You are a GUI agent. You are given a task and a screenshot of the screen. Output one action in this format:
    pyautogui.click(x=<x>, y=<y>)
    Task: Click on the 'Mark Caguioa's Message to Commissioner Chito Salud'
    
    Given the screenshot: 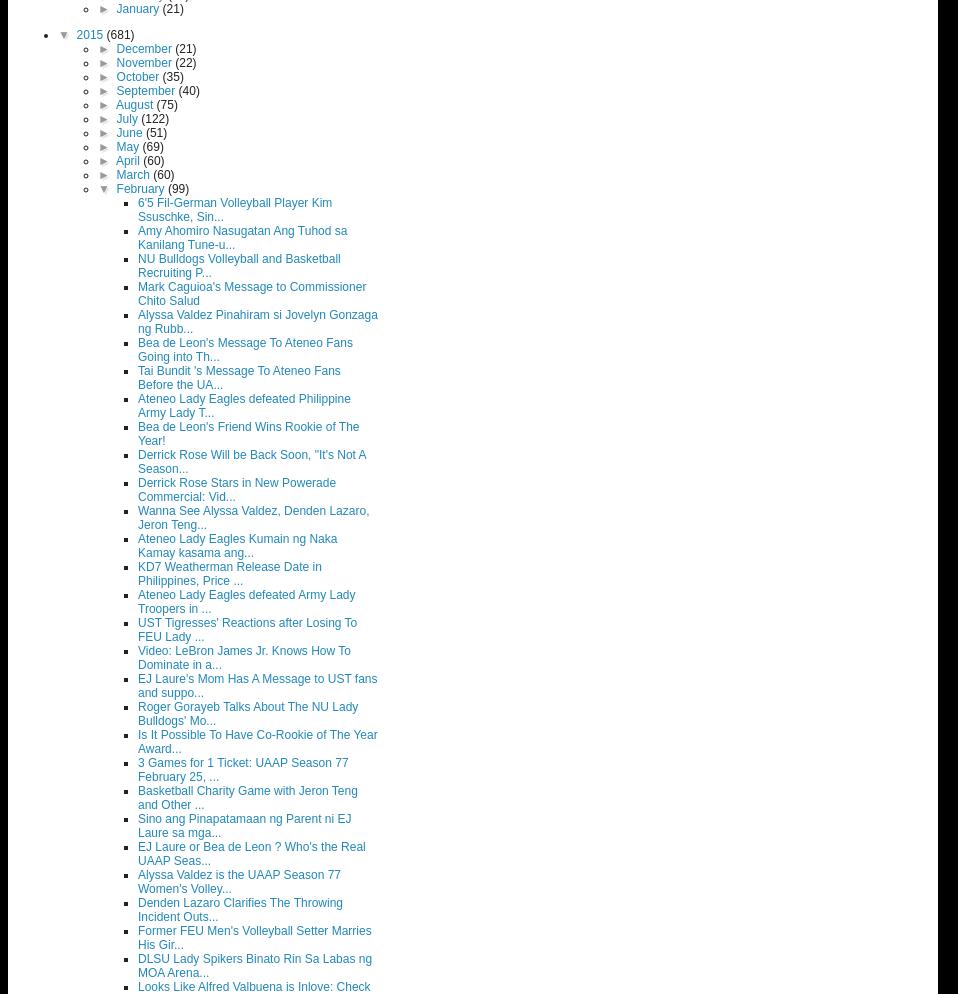 What is the action you would take?
    pyautogui.click(x=251, y=294)
    